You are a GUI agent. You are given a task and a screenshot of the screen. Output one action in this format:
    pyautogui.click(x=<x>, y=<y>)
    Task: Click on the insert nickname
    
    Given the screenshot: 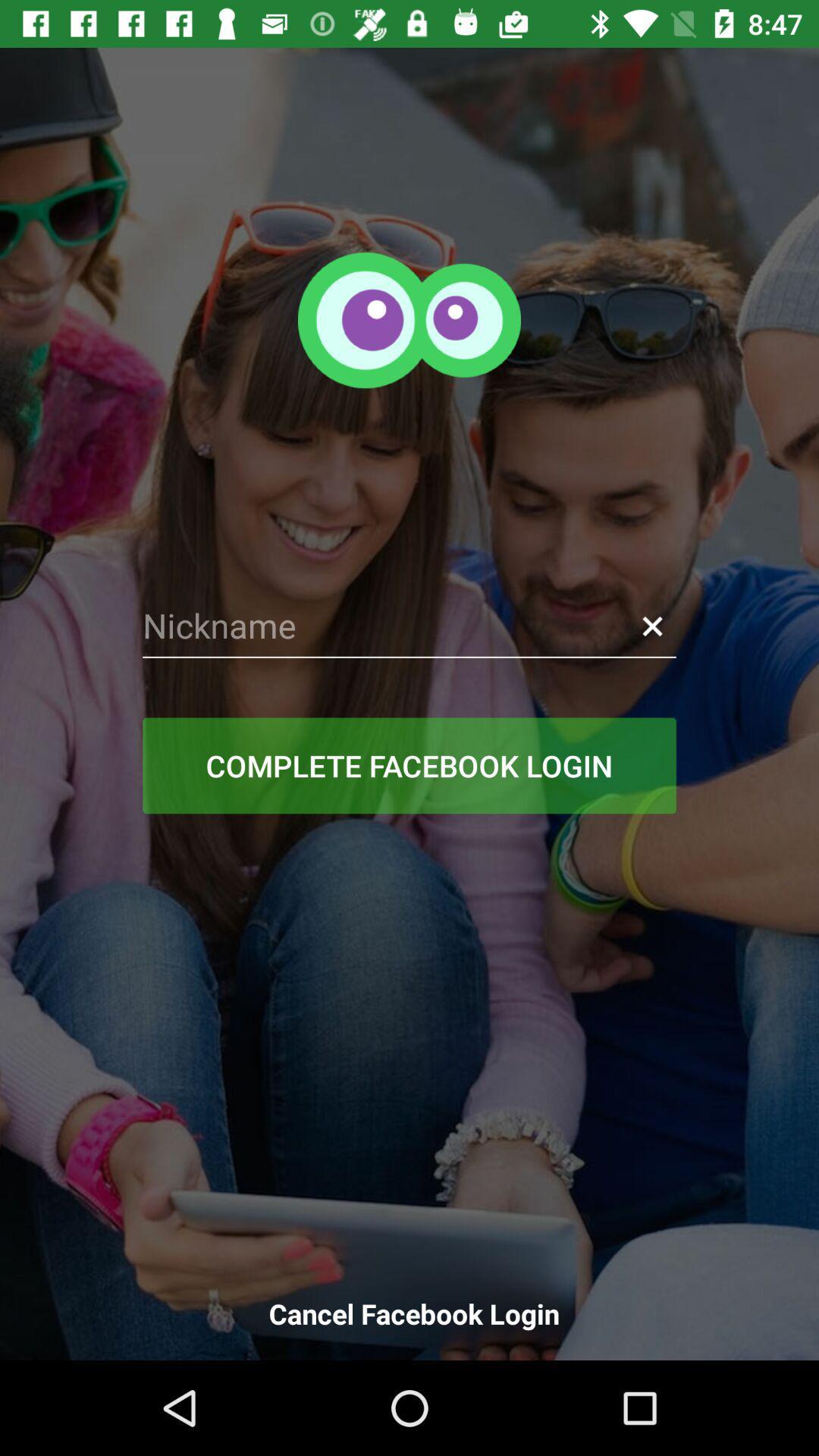 What is the action you would take?
    pyautogui.click(x=409, y=626)
    